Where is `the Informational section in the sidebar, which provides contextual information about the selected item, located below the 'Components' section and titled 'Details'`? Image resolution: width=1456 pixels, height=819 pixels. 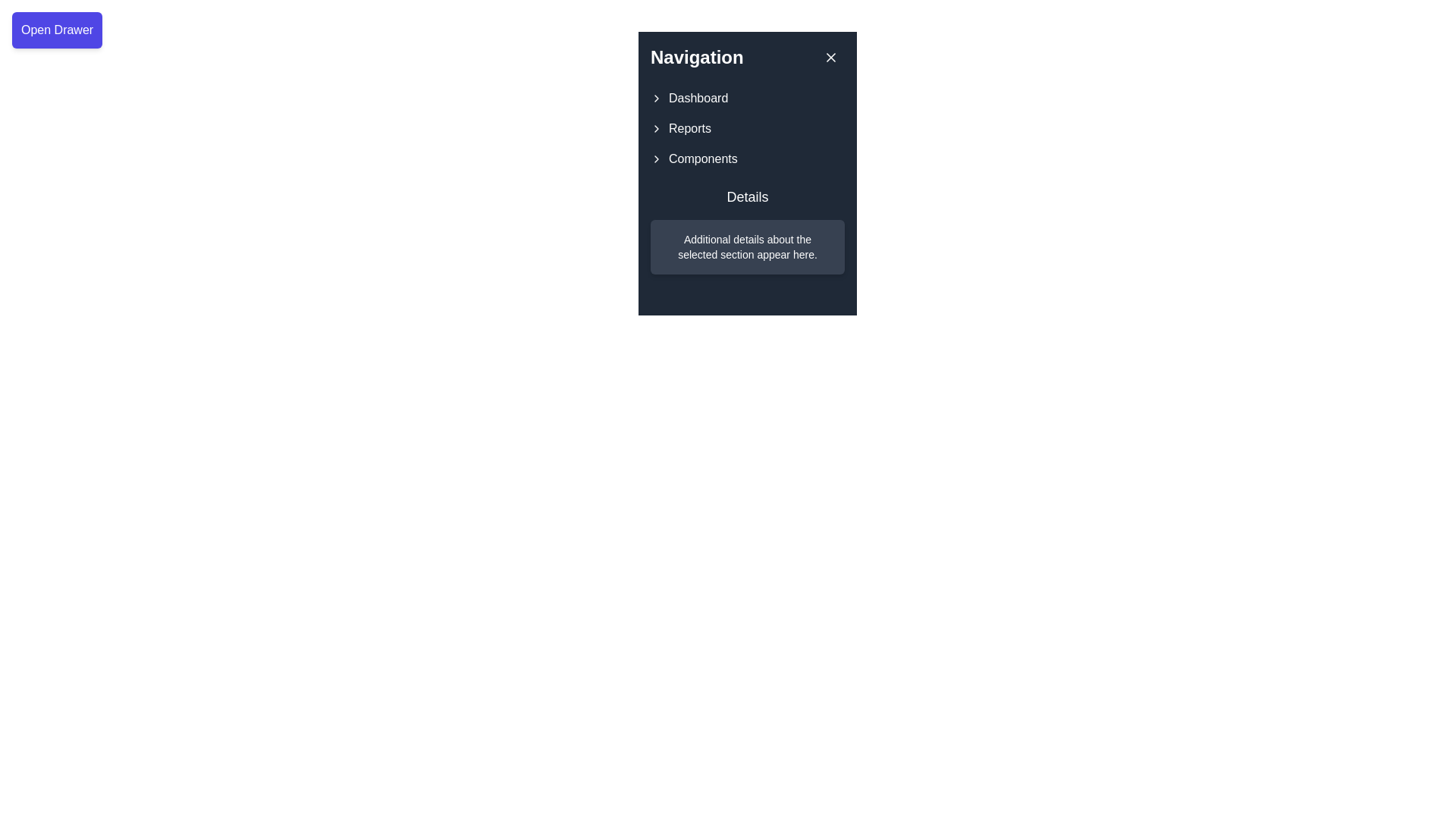 the Informational section in the sidebar, which provides contextual information about the selected item, located below the 'Components' section and titled 'Details' is located at coordinates (747, 231).